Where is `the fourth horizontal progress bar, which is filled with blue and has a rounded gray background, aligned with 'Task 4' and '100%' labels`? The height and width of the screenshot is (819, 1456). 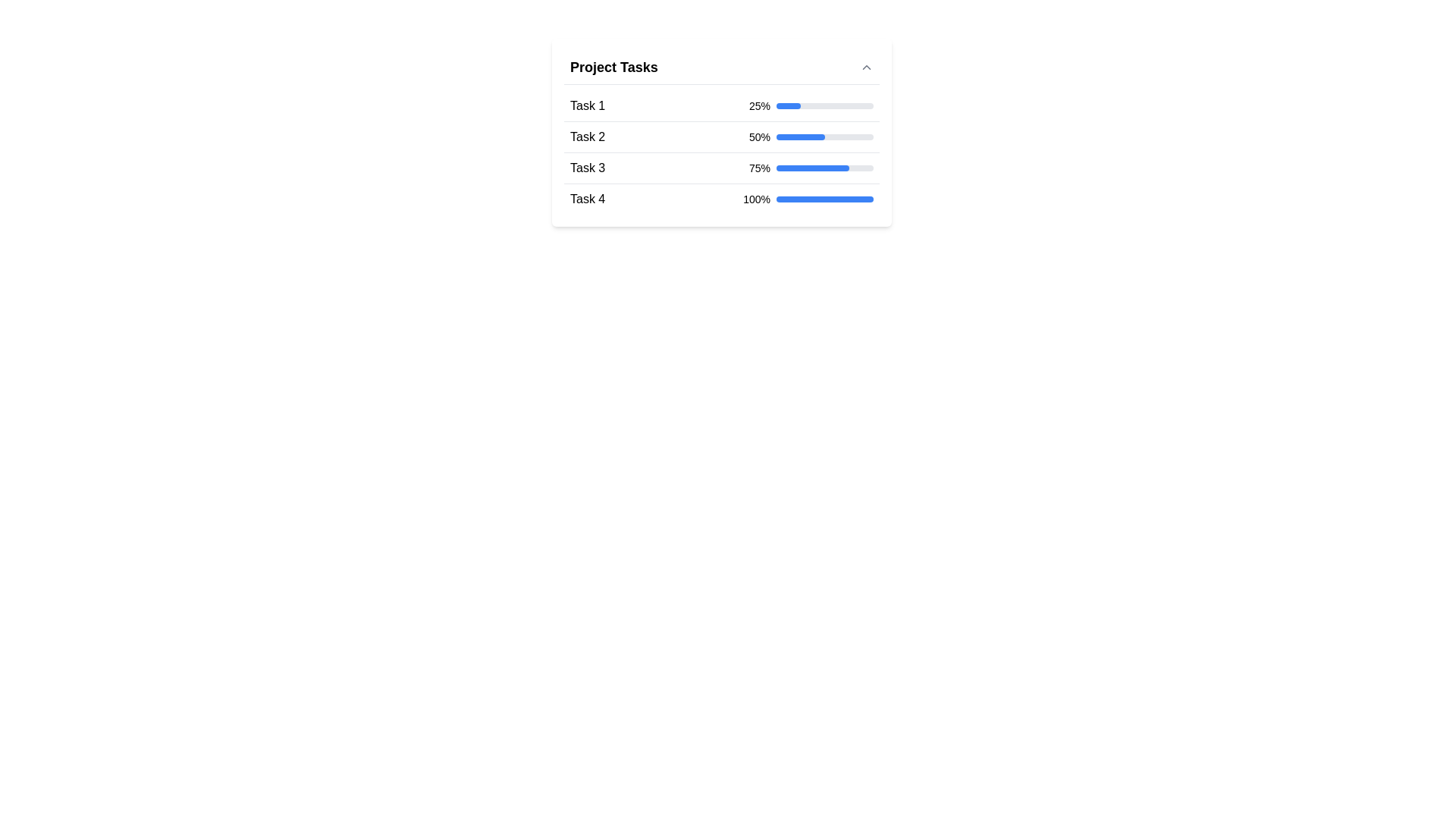
the fourth horizontal progress bar, which is filled with blue and has a rounded gray background, aligned with 'Task 4' and '100%' labels is located at coordinates (824, 198).